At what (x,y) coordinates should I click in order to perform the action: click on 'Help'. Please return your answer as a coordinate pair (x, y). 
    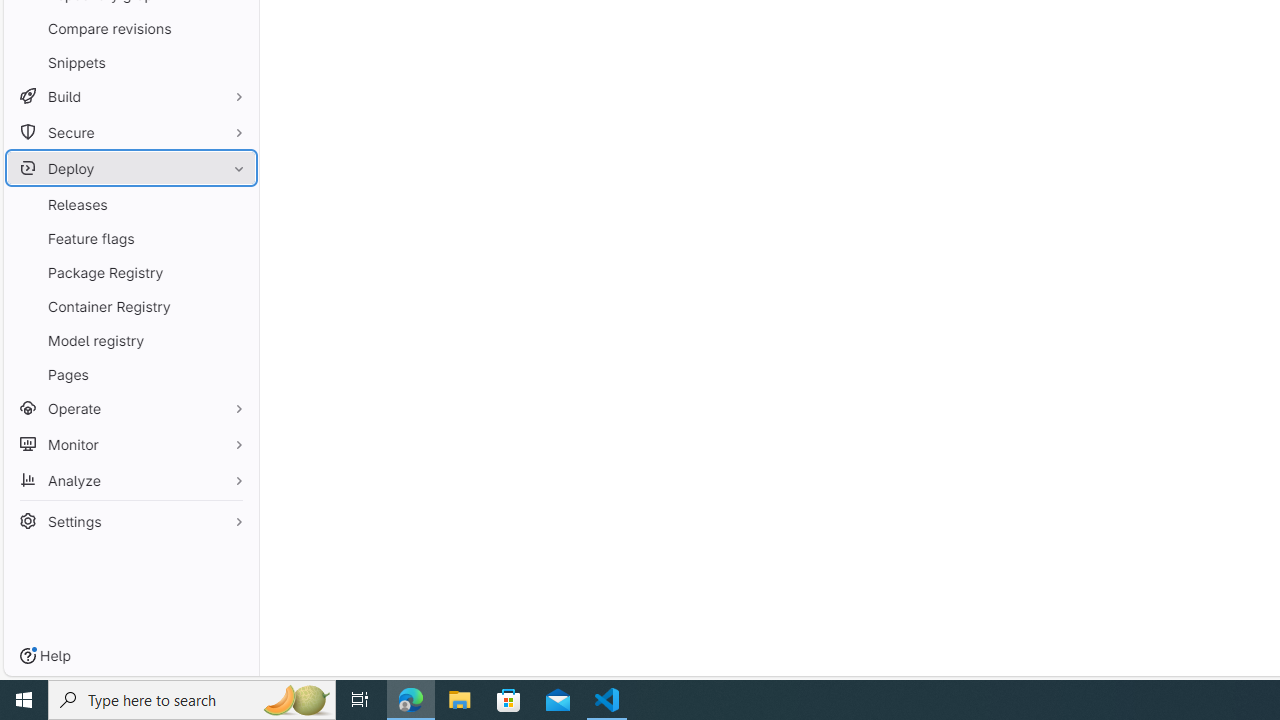
    Looking at the image, I should click on (45, 655).